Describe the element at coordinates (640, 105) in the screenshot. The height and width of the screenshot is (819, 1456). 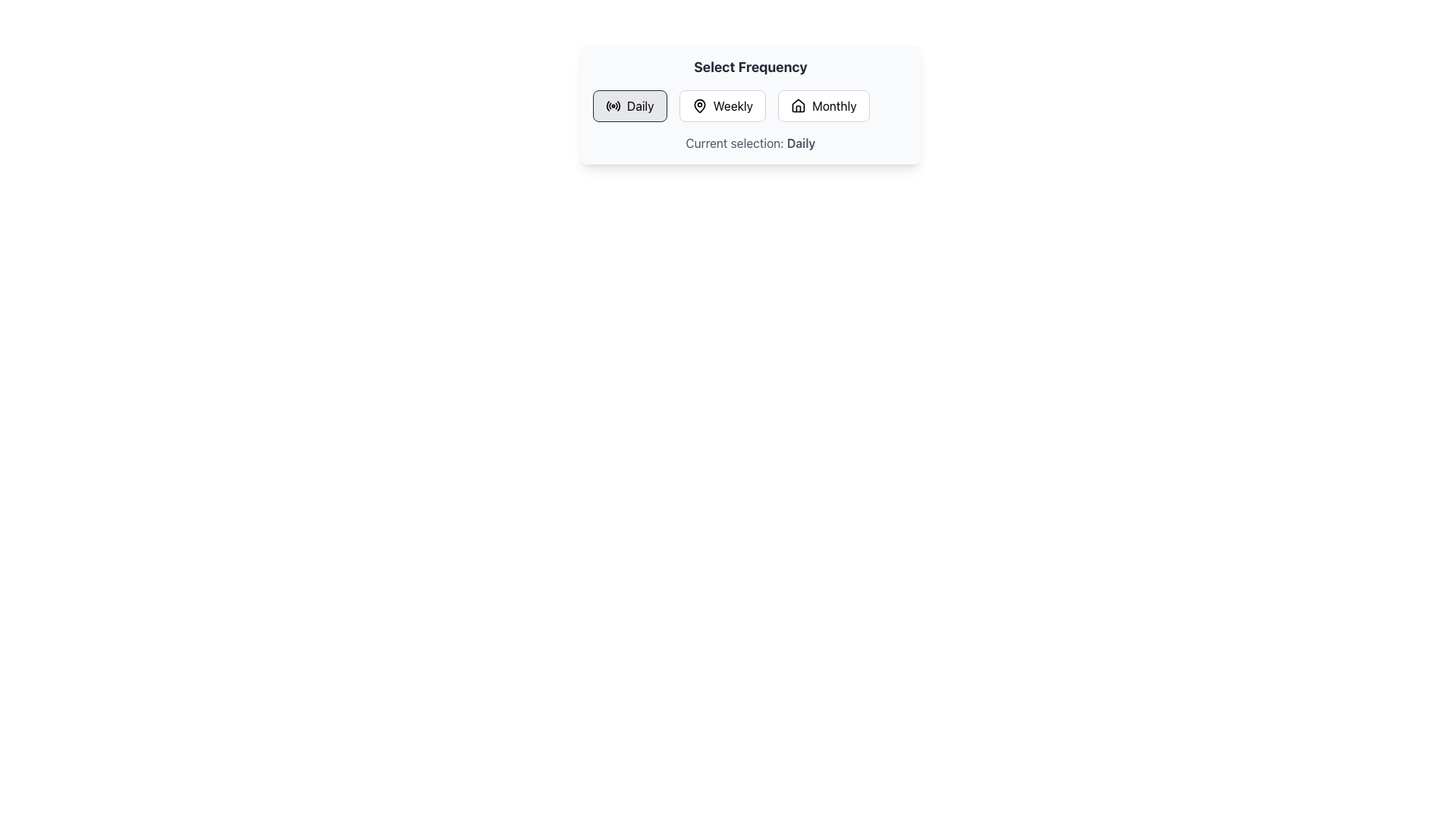
I see `the 'Daily' text label within the leftmost button in the 'Select Frequency' interface to choose the 'Daily' option` at that location.